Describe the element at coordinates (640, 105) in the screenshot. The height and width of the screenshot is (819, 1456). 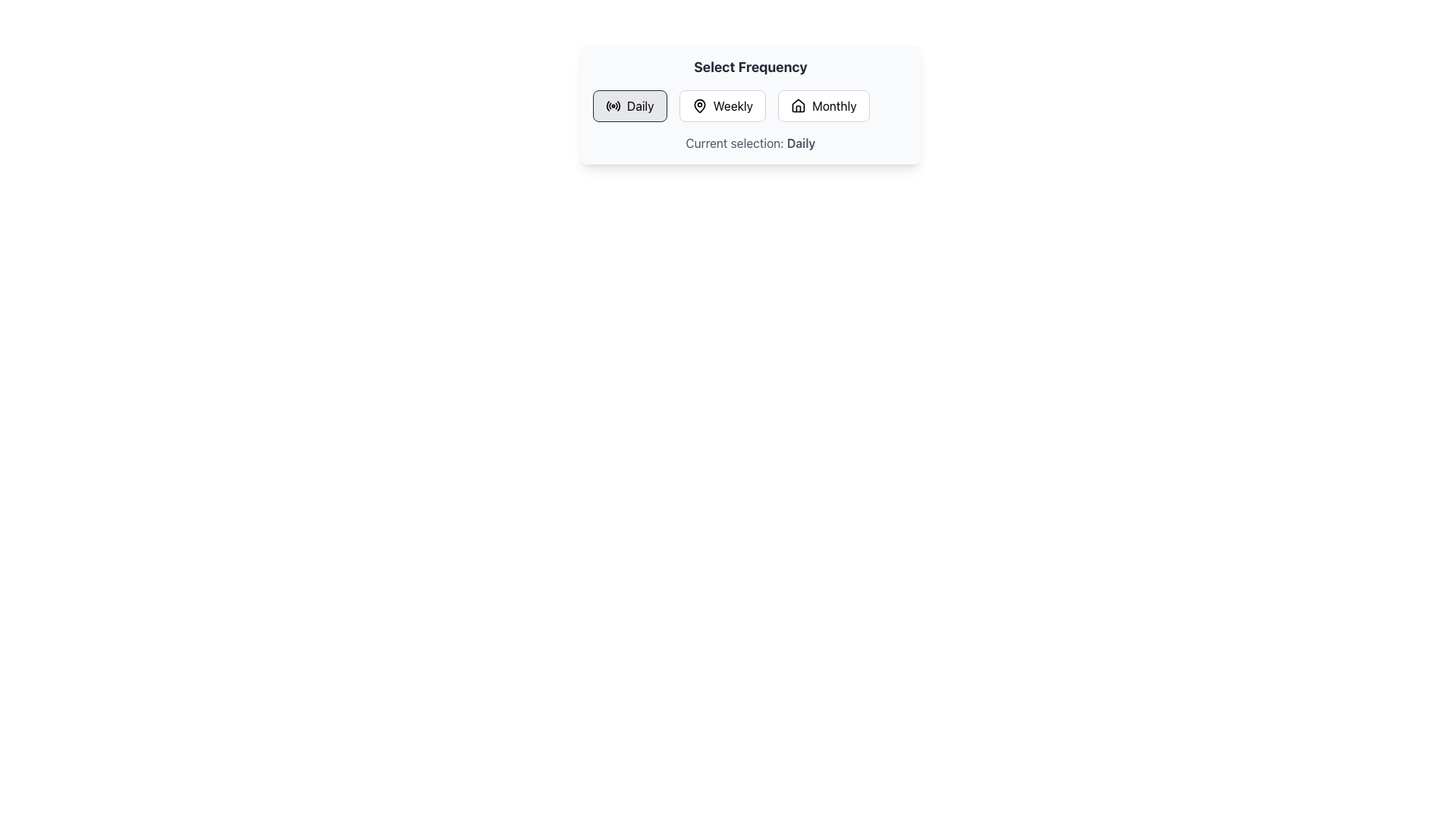
I see `the 'Daily' text label within the leftmost button in the 'Select Frequency' interface to choose the 'Daily' option` at that location.